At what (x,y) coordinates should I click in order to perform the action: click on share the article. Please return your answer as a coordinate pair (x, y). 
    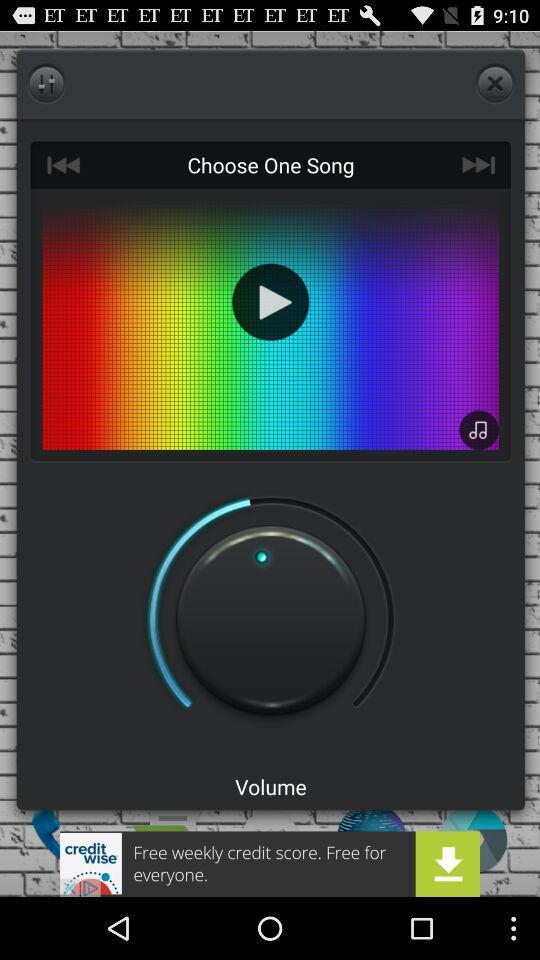
    Looking at the image, I should click on (270, 863).